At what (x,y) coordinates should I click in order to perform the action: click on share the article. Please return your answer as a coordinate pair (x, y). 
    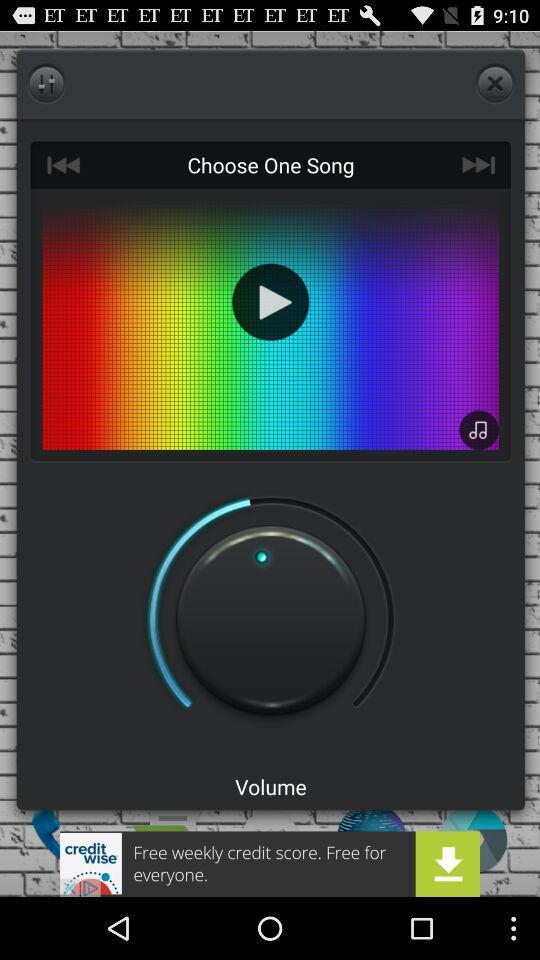
    Looking at the image, I should click on (270, 863).